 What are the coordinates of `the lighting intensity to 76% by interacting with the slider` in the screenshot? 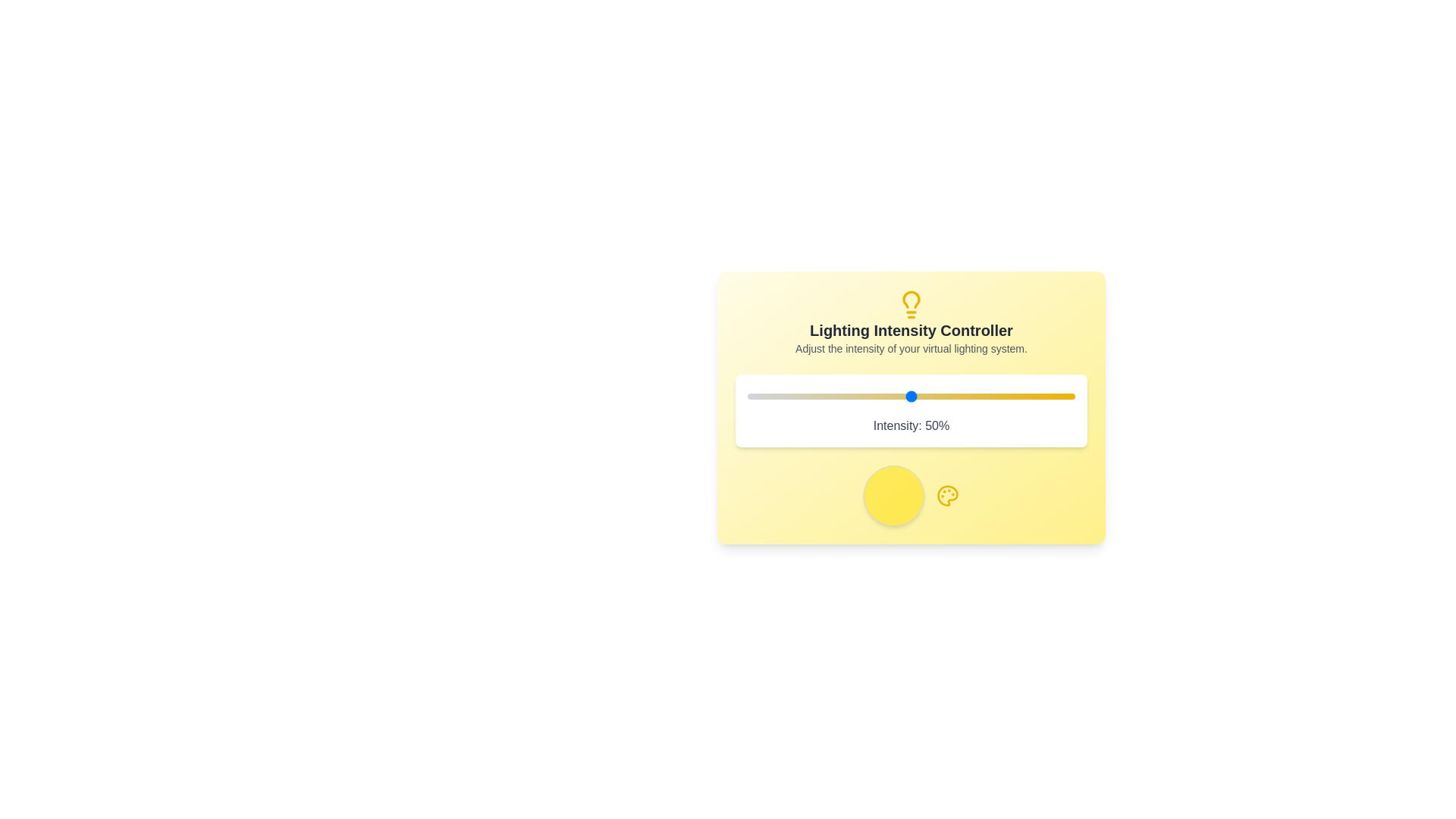 It's located at (996, 396).